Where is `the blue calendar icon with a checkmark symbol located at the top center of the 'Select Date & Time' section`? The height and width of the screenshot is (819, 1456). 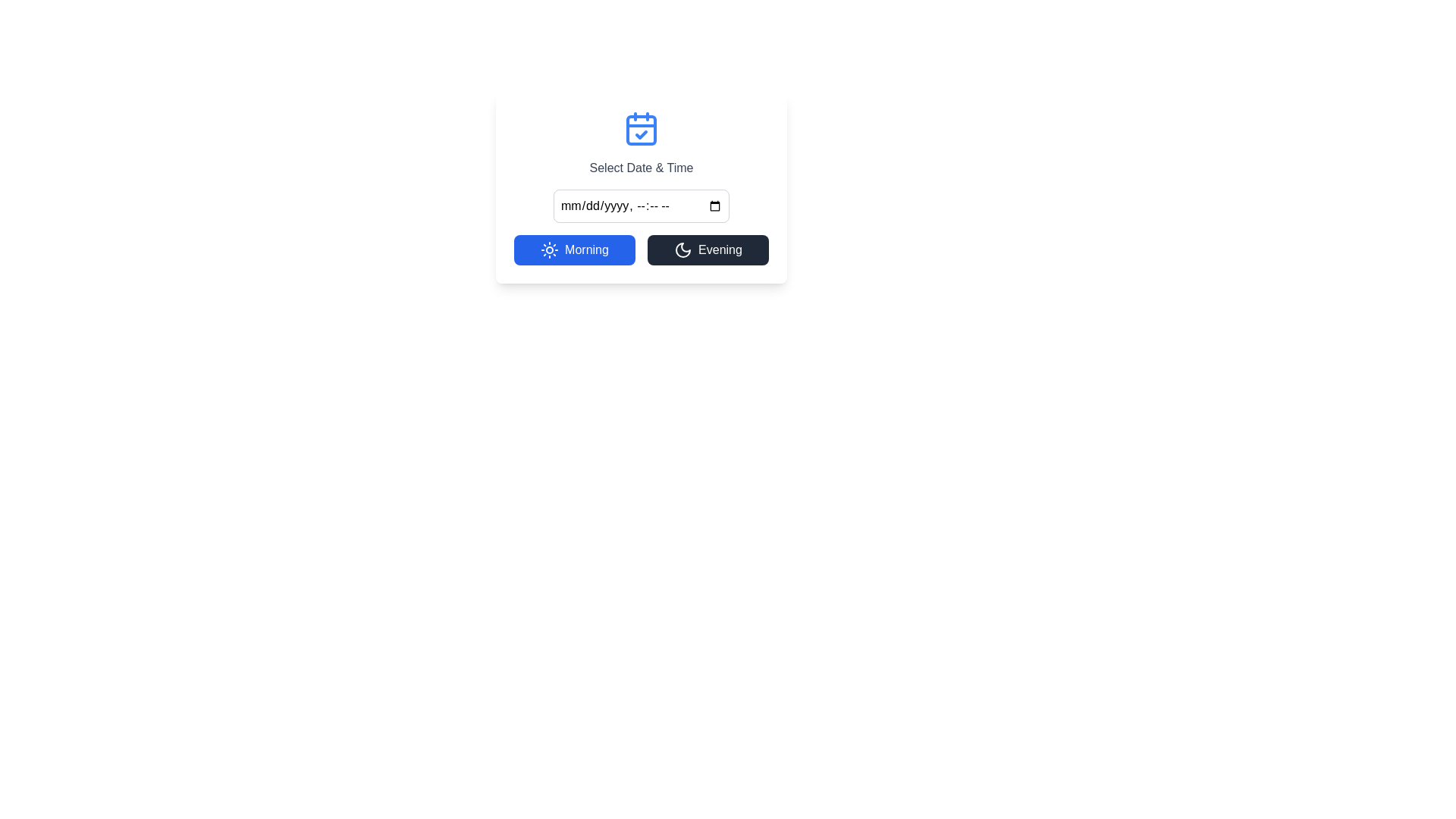
the blue calendar icon with a checkmark symbol located at the top center of the 'Select Date & Time' section is located at coordinates (641, 127).